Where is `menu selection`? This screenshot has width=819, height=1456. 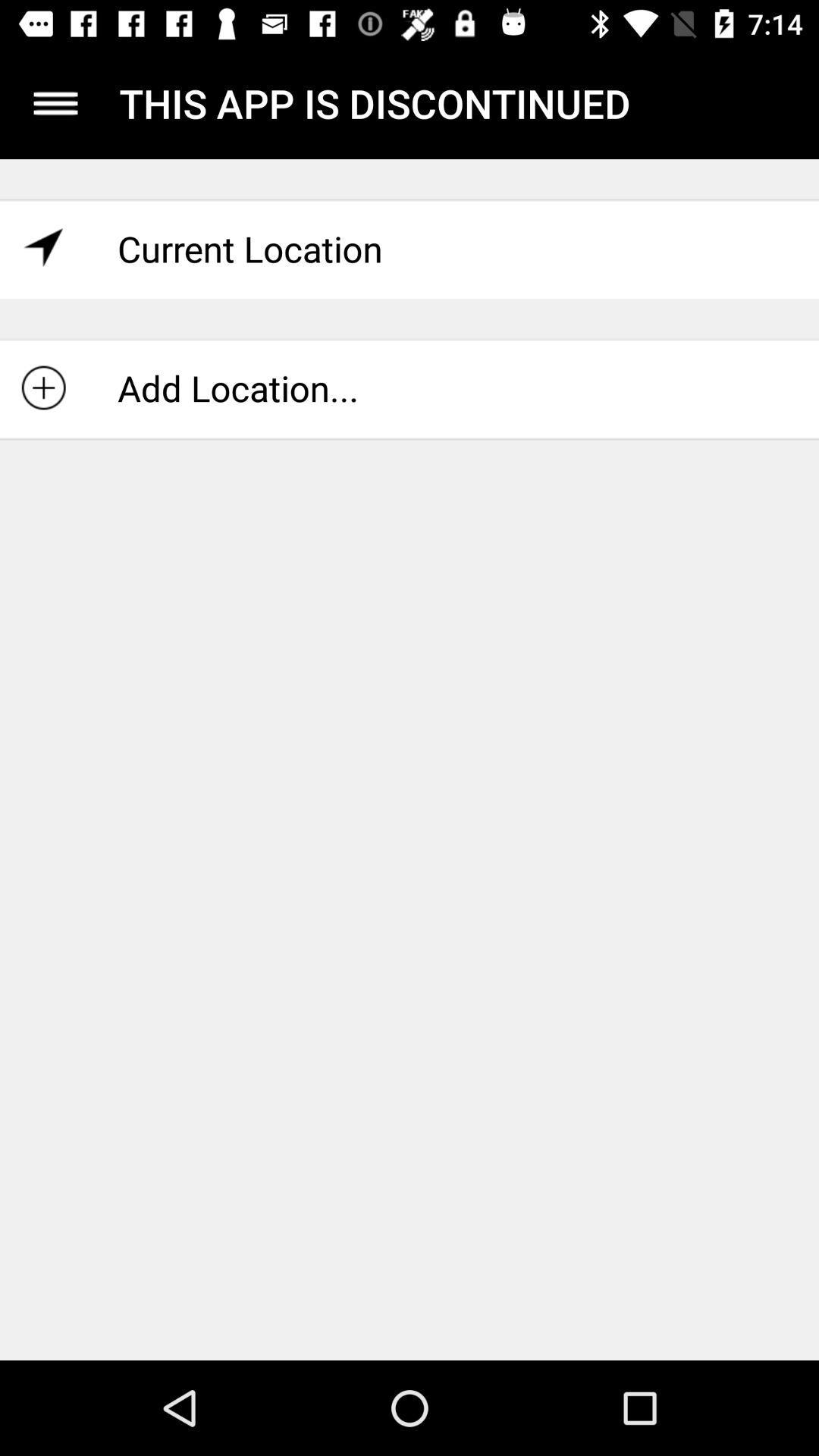 menu selection is located at coordinates (55, 102).